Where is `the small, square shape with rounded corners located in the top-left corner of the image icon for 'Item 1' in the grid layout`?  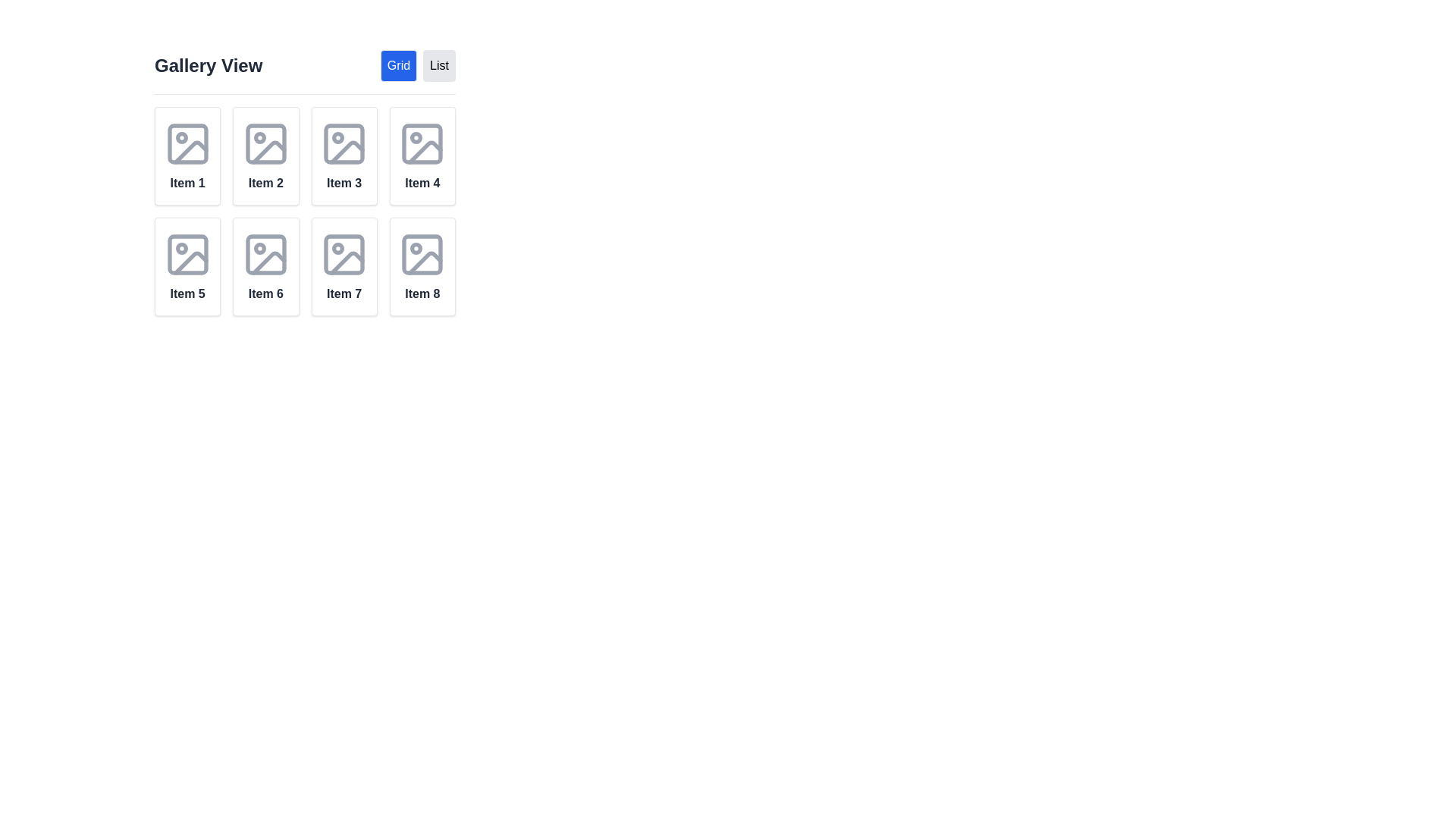
the small, square shape with rounded corners located in the top-left corner of the image icon for 'Item 1' in the grid layout is located at coordinates (187, 143).